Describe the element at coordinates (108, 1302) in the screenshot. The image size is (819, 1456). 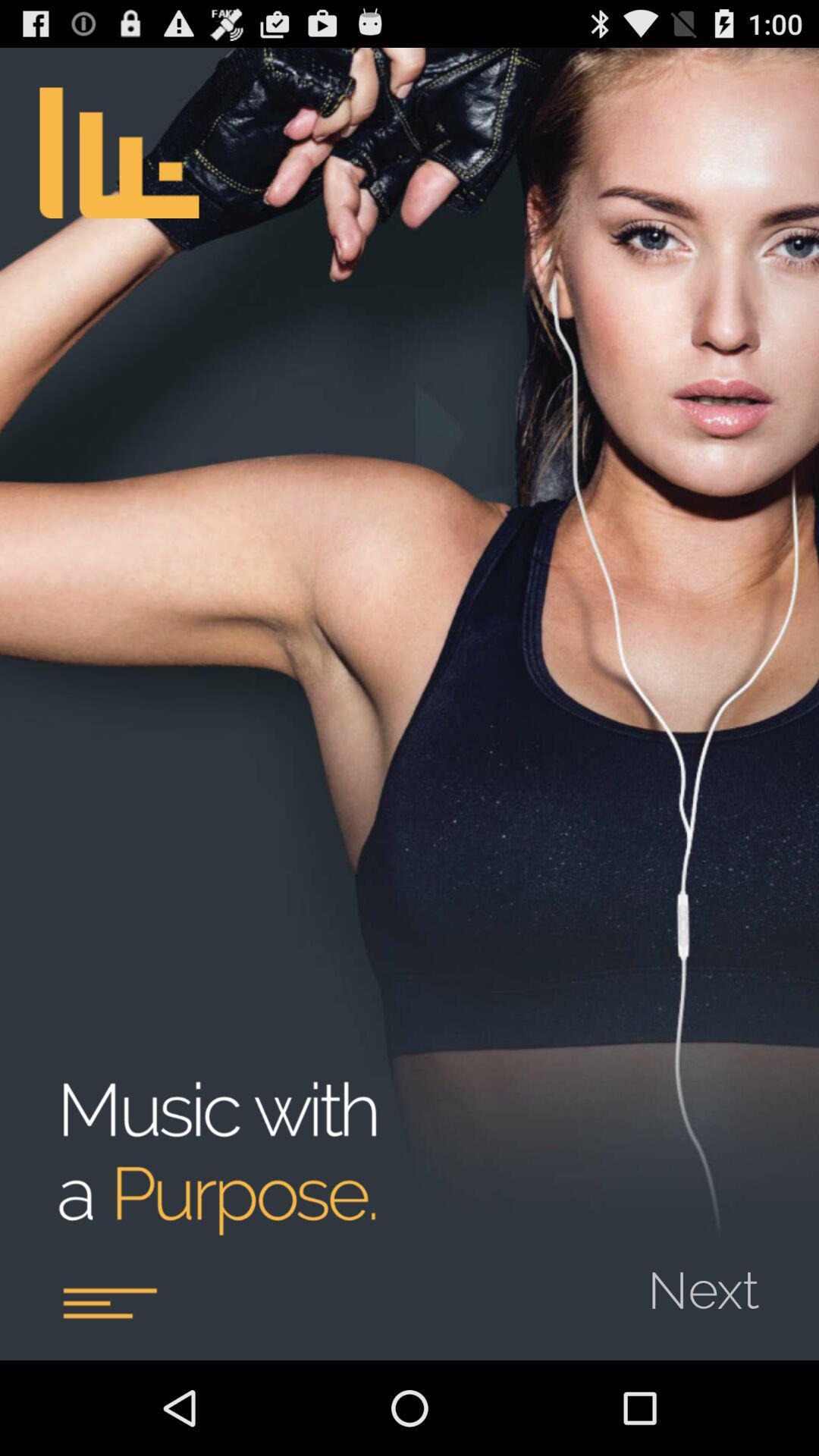
I see `the item at the bottom left corner` at that location.